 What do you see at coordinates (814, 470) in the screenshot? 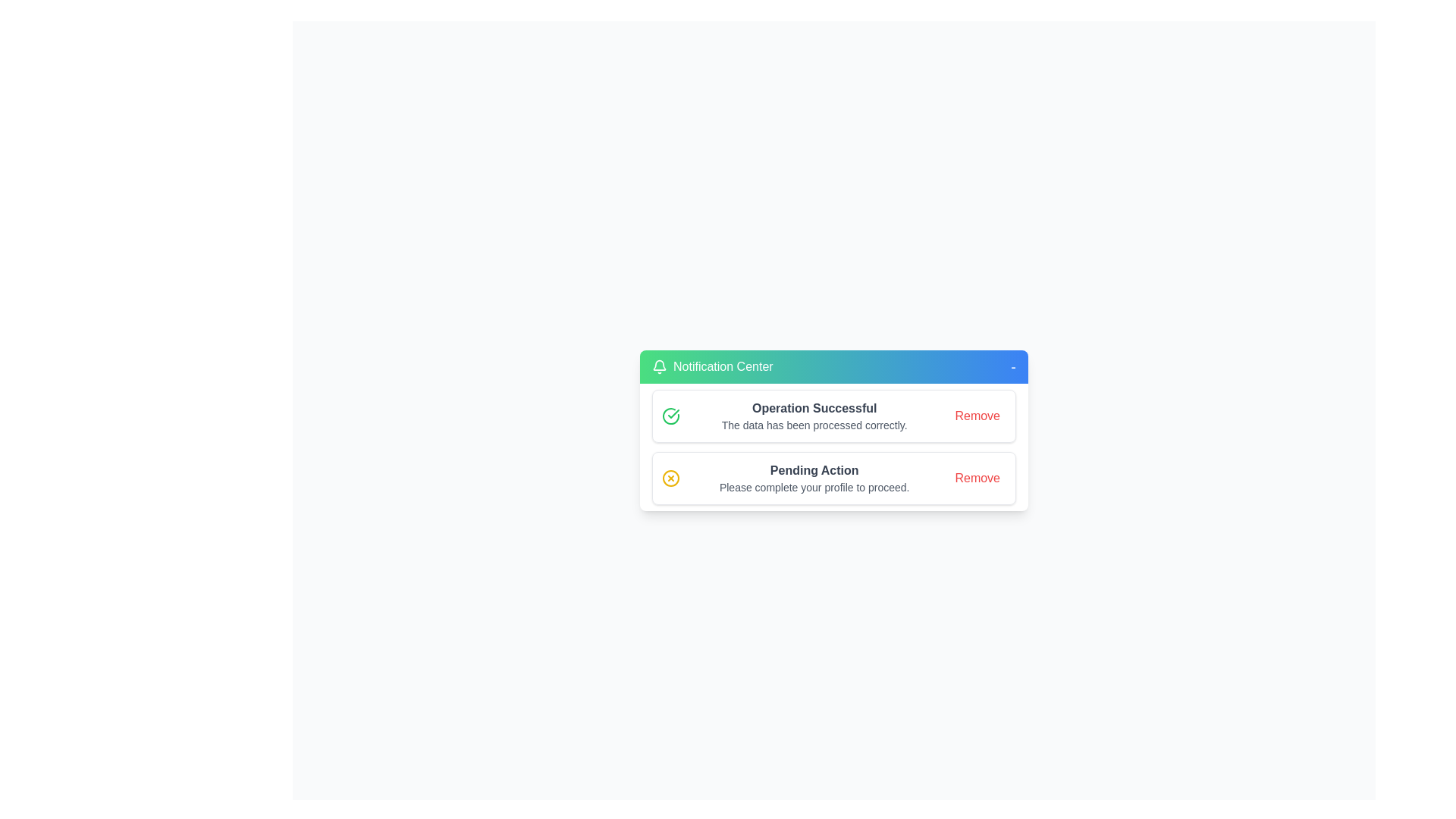
I see `the 'Pending Action' text label styled in bold gray font, located in the Notification Center panel, which is the first line of text in a notification card` at bounding box center [814, 470].